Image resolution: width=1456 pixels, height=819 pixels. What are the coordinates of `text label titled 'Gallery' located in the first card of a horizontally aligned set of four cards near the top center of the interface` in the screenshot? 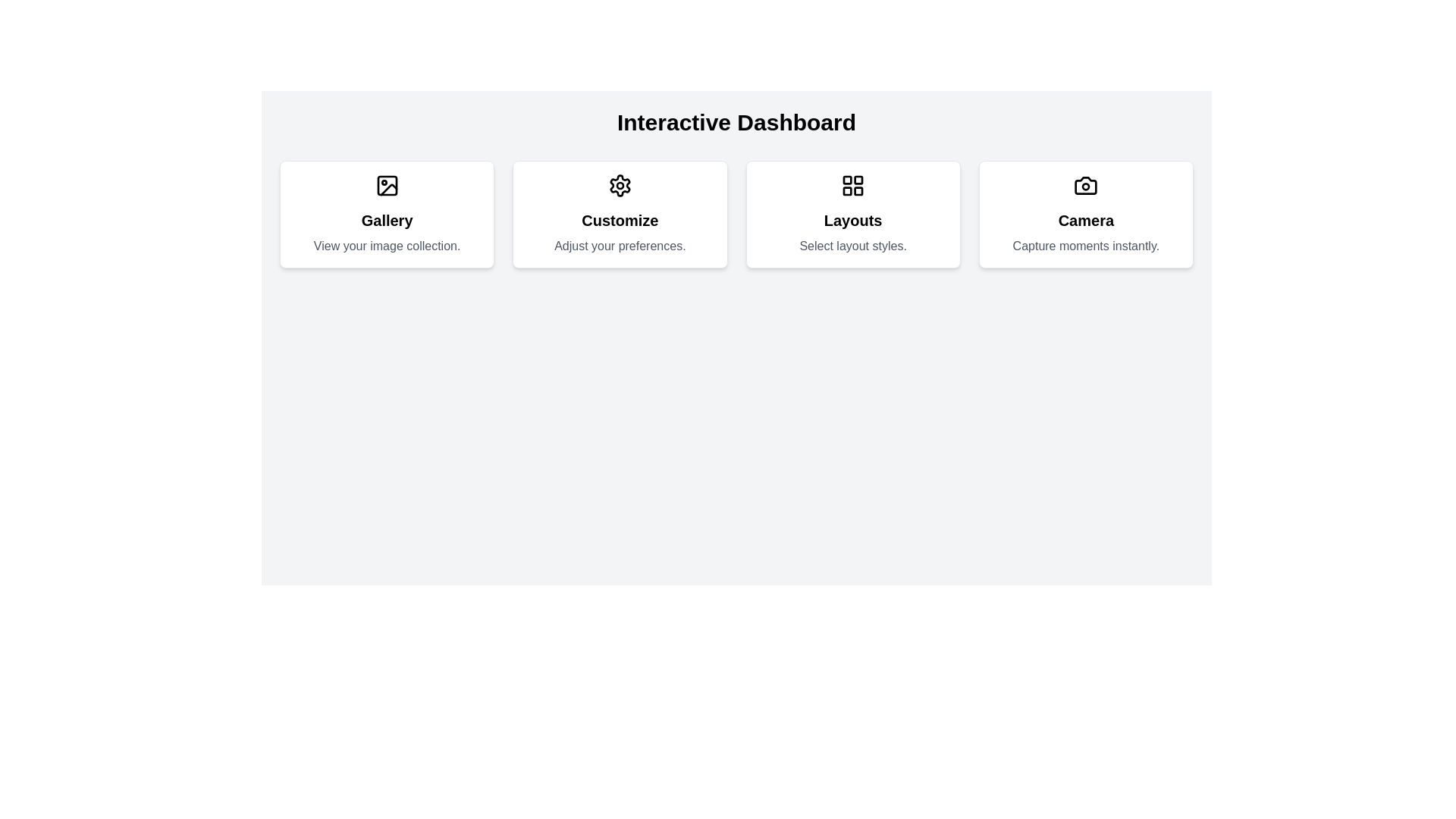 It's located at (387, 220).